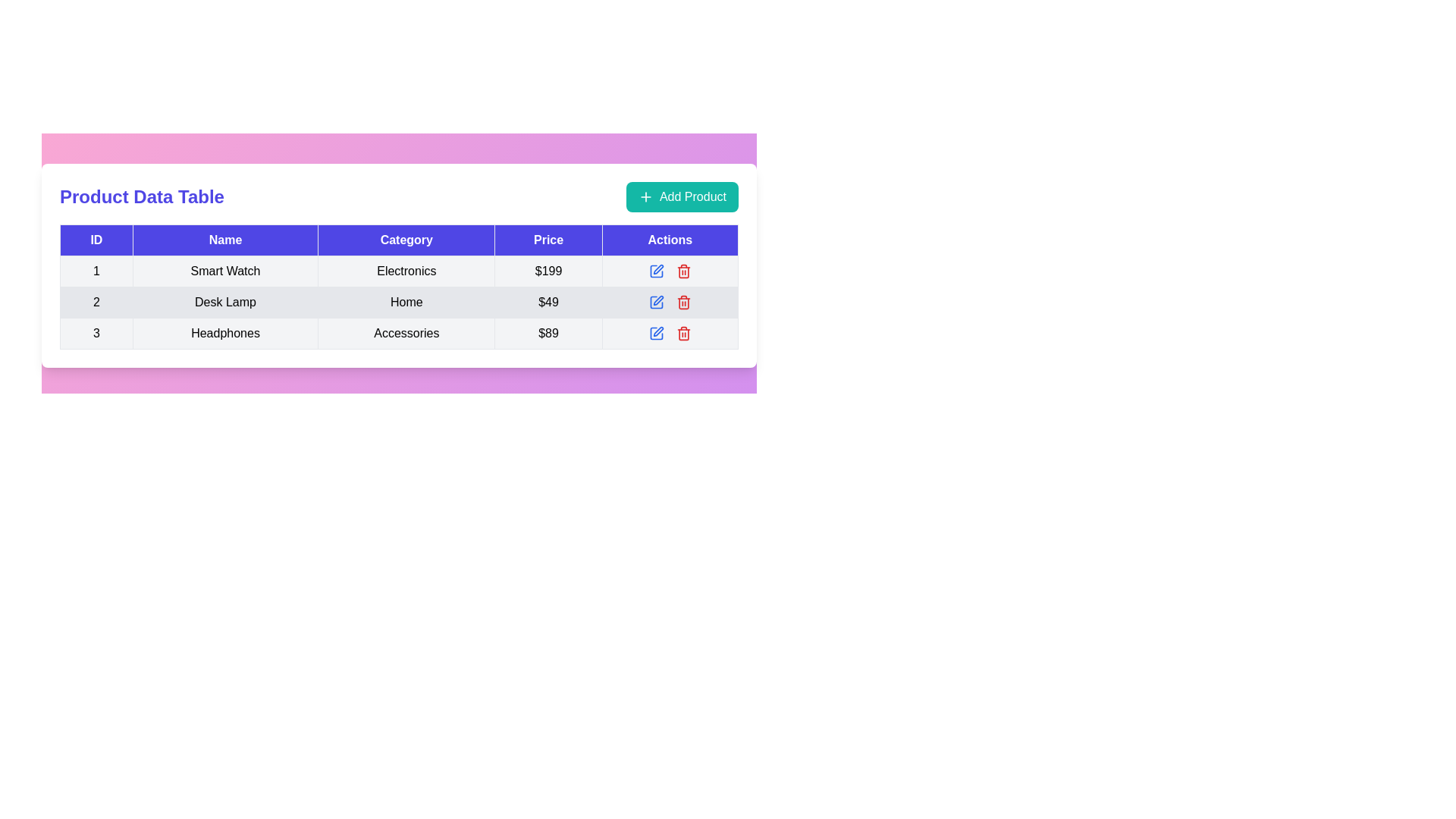 The image size is (1456, 819). I want to click on the heading text element that represents the title of the content above the data table, located to the left of the 'Add Product' button, so click(142, 196).